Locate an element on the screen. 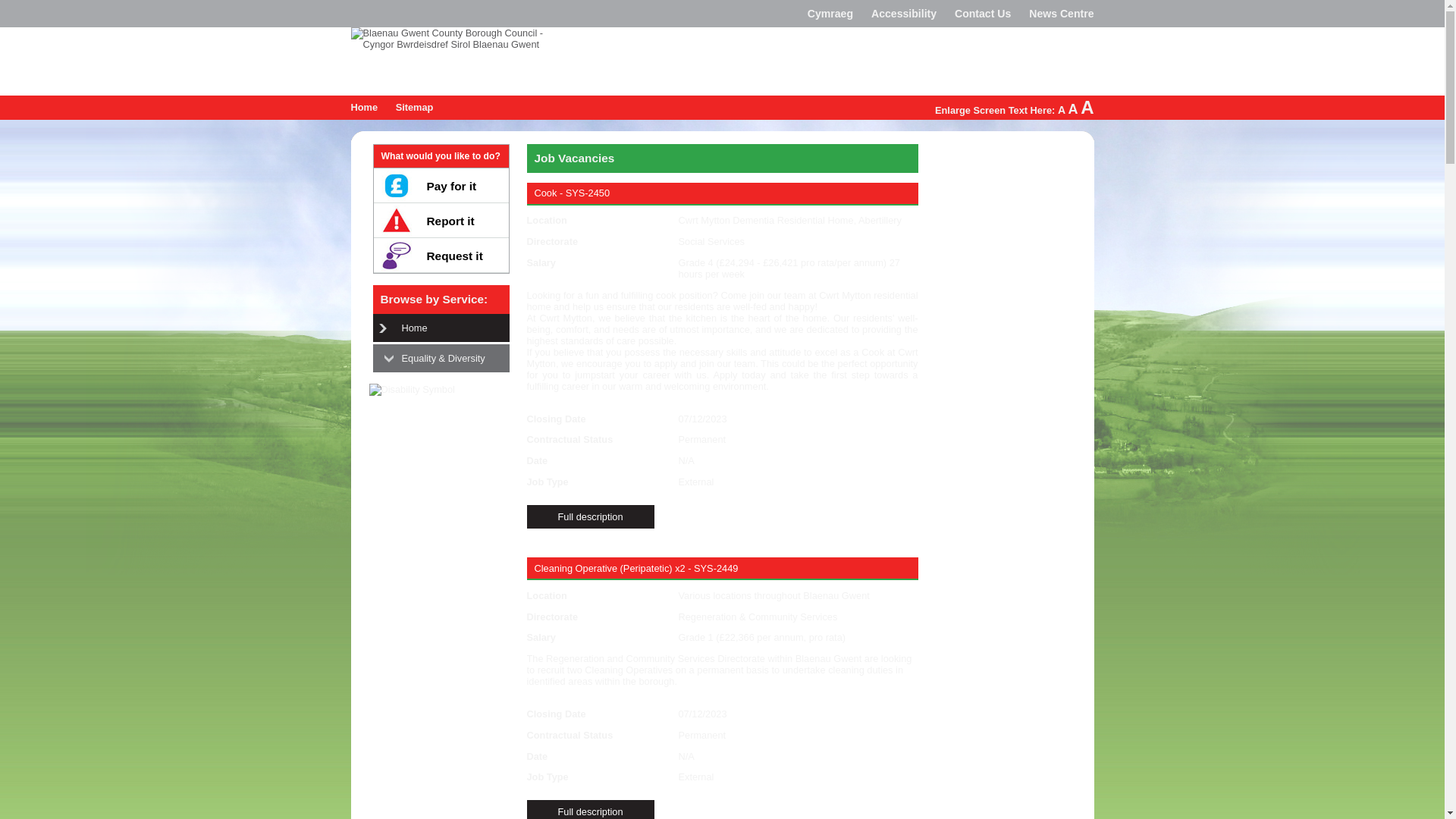  'A' is located at coordinates (1086, 106).